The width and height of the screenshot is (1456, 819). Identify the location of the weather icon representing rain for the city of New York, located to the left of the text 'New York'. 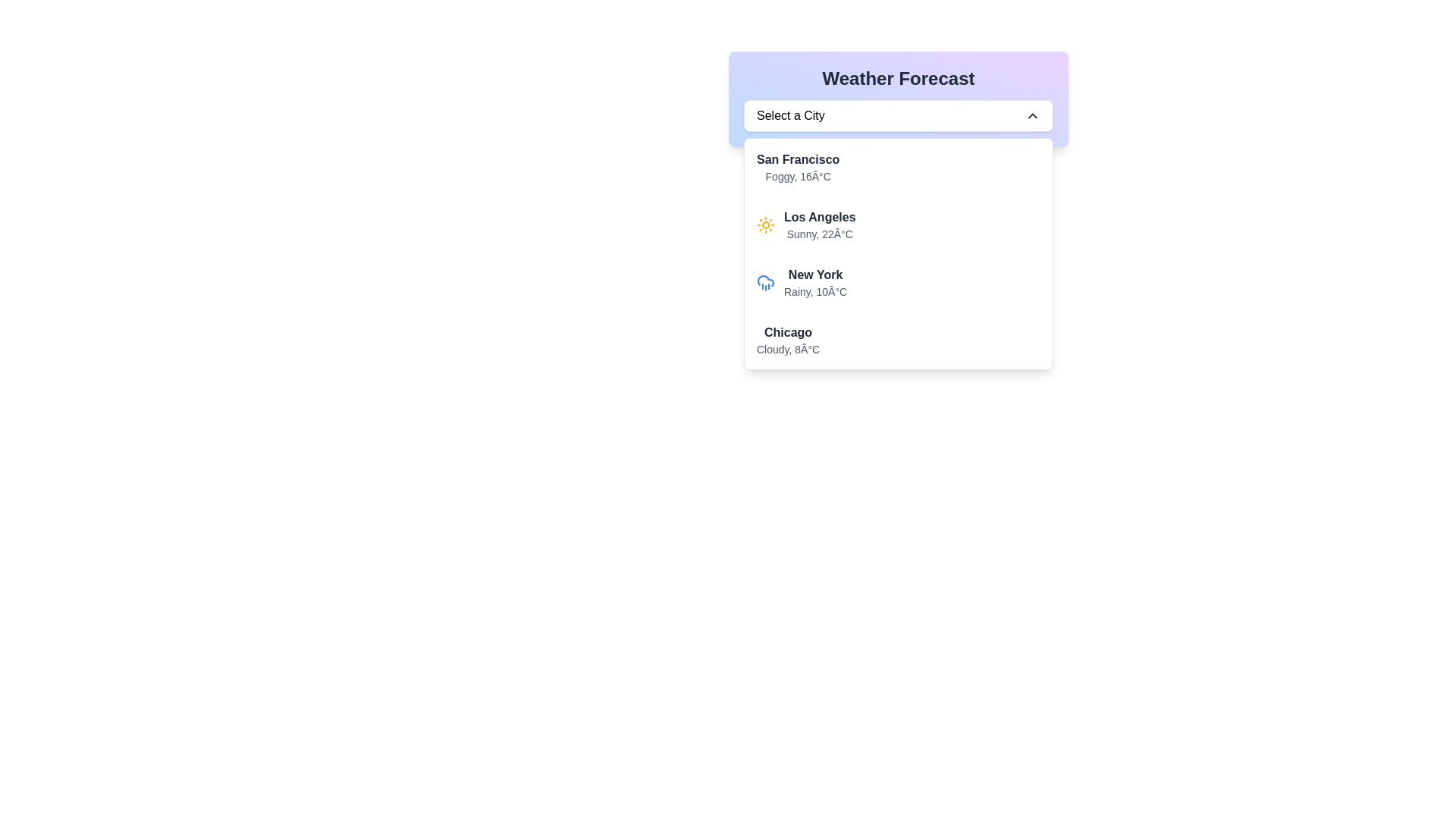
(765, 281).